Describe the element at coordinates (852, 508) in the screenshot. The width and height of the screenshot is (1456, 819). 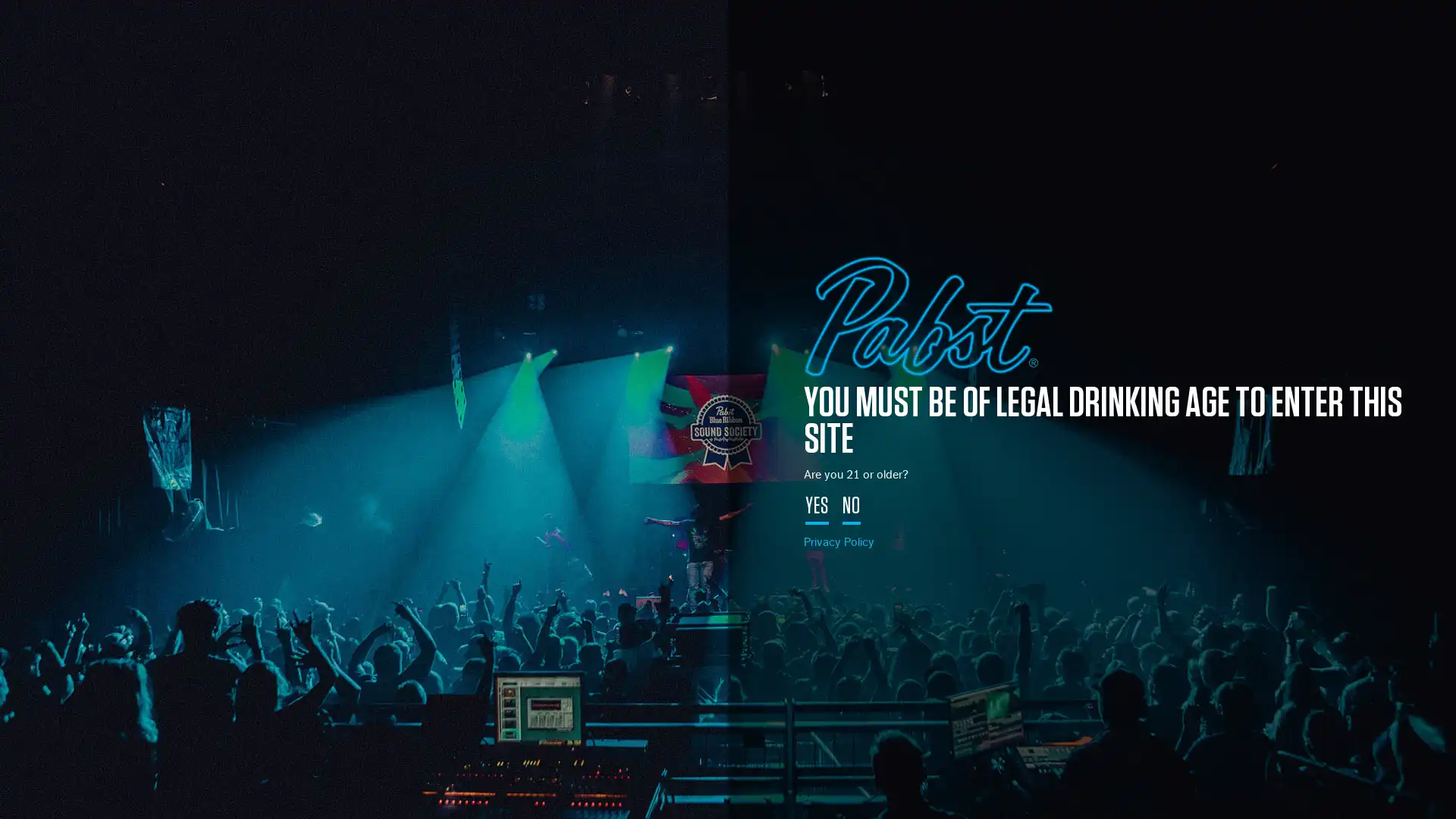
I see `NO` at that location.